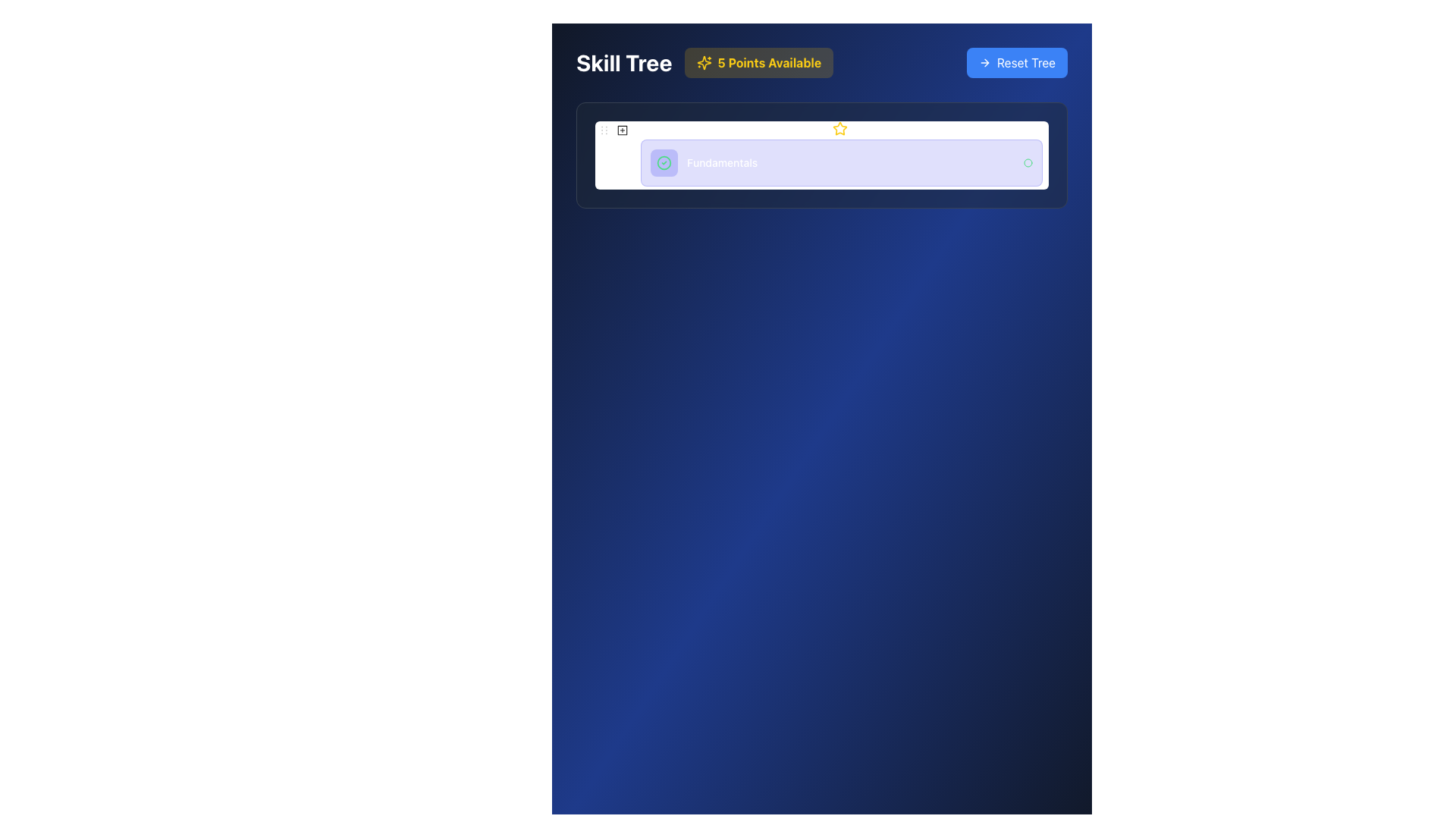 This screenshot has height=819, width=1456. Describe the element at coordinates (603, 130) in the screenshot. I see `the draggable icon located to the left of the label 'Fundamentals' in the hierarchical tree structure to initiate dragging` at that location.